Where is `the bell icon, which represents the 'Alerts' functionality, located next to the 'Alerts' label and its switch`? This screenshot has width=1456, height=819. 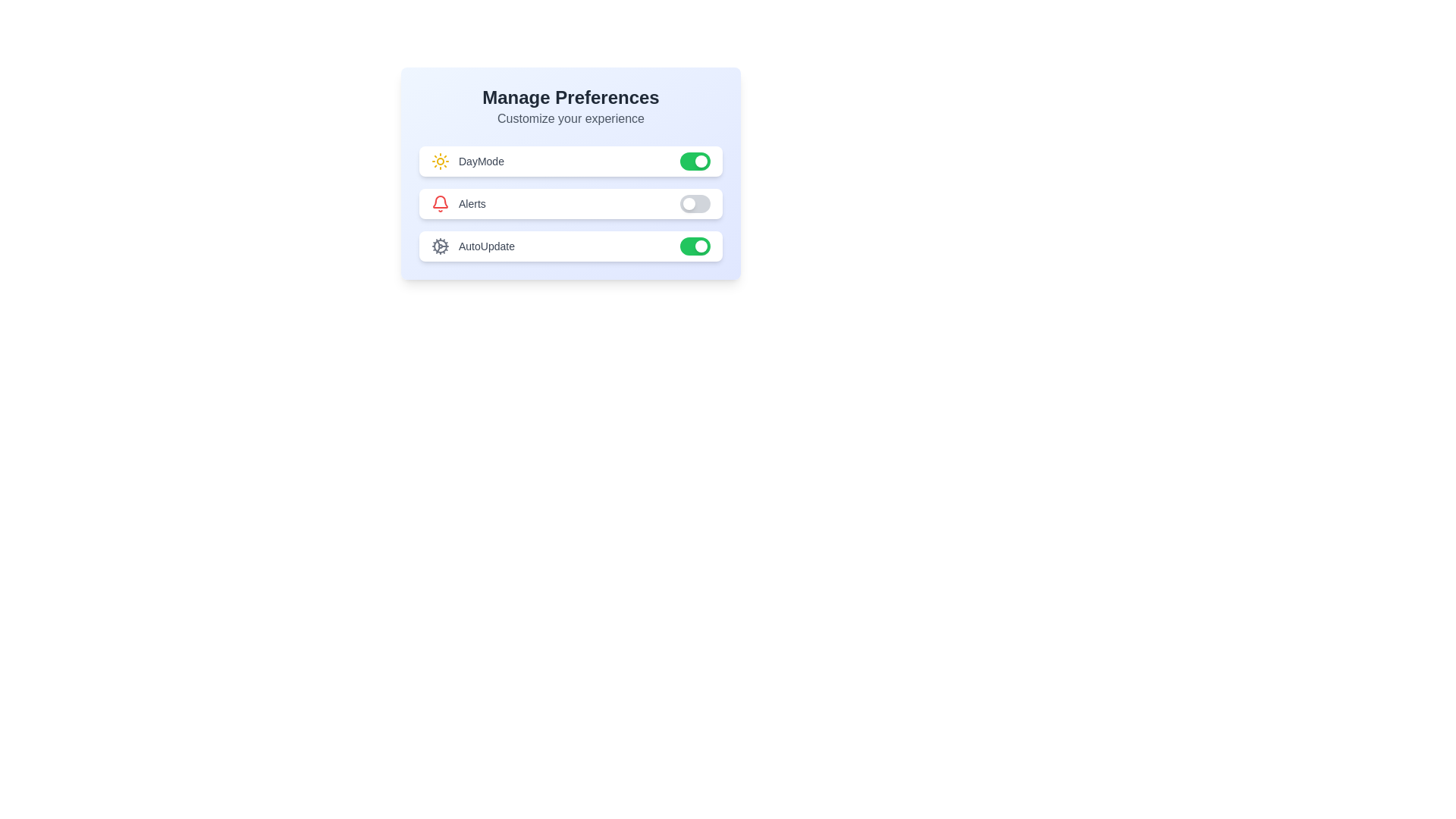 the bell icon, which represents the 'Alerts' functionality, located next to the 'Alerts' label and its switch is located at coordinates (439, 201).